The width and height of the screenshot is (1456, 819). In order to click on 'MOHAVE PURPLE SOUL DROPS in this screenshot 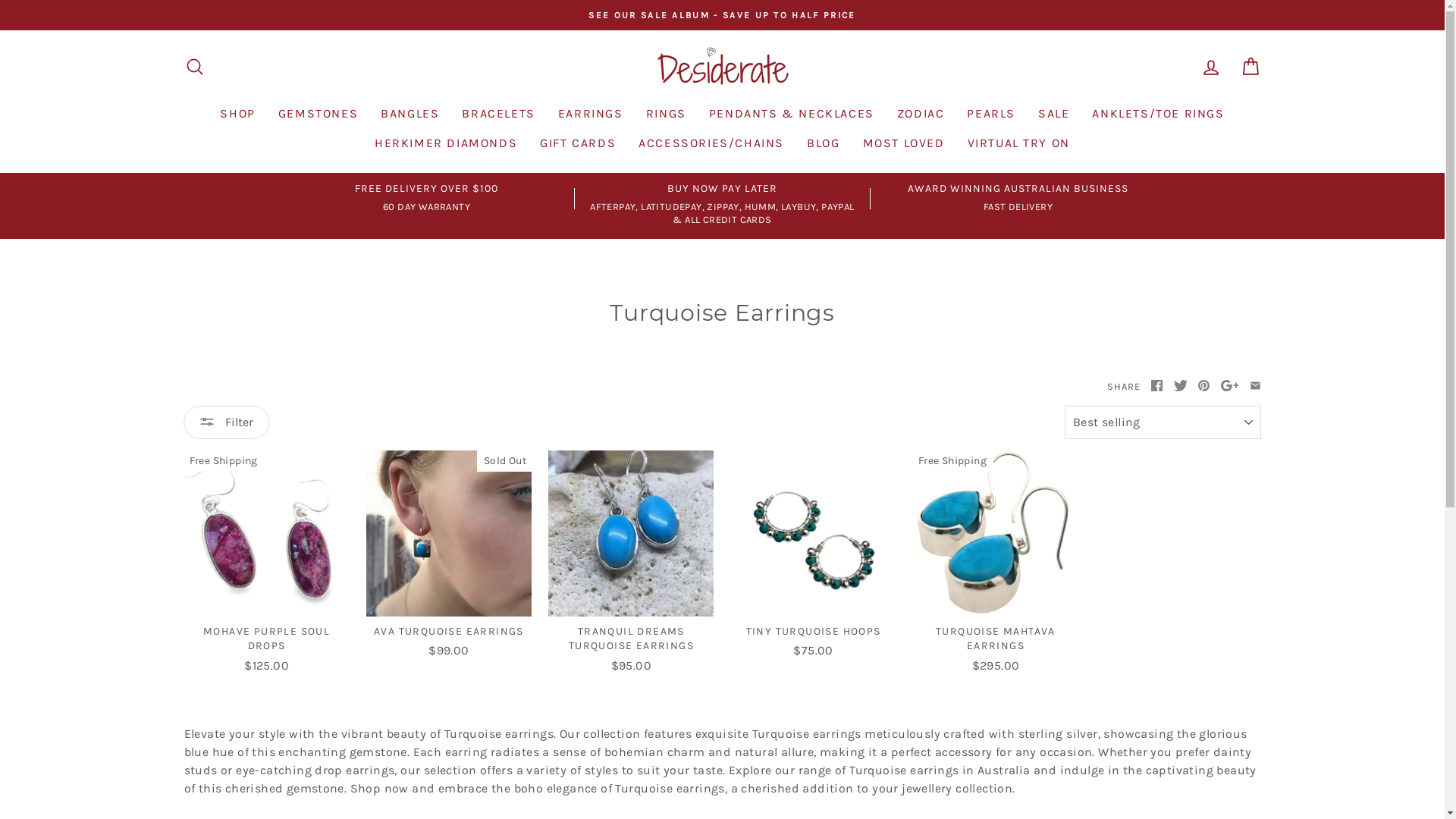, I will do `click(265, 564)`.